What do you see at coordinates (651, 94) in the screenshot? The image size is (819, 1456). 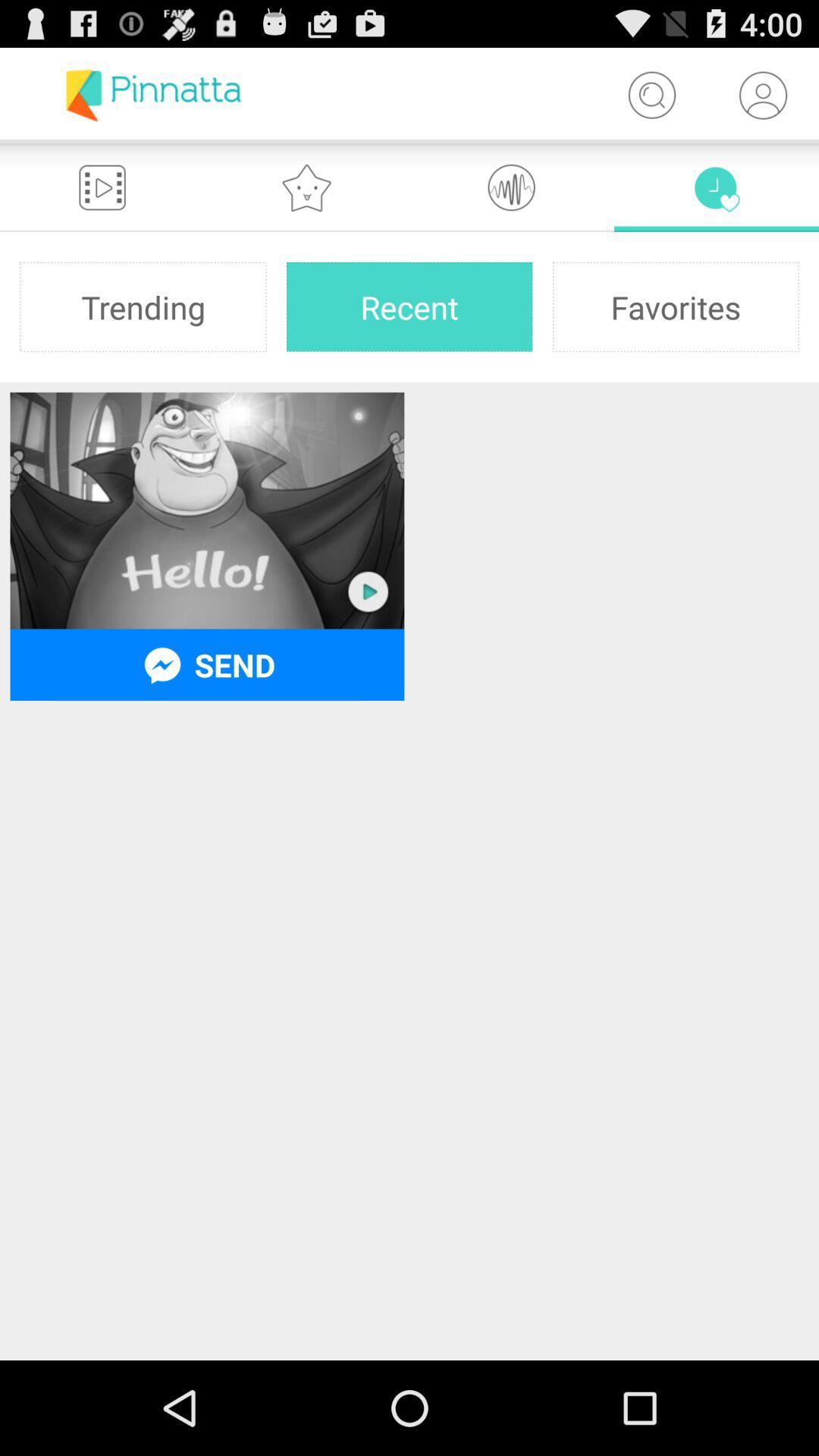 I see `the icon which is to the right from the pinnatta` at bounding box center [651, 94].